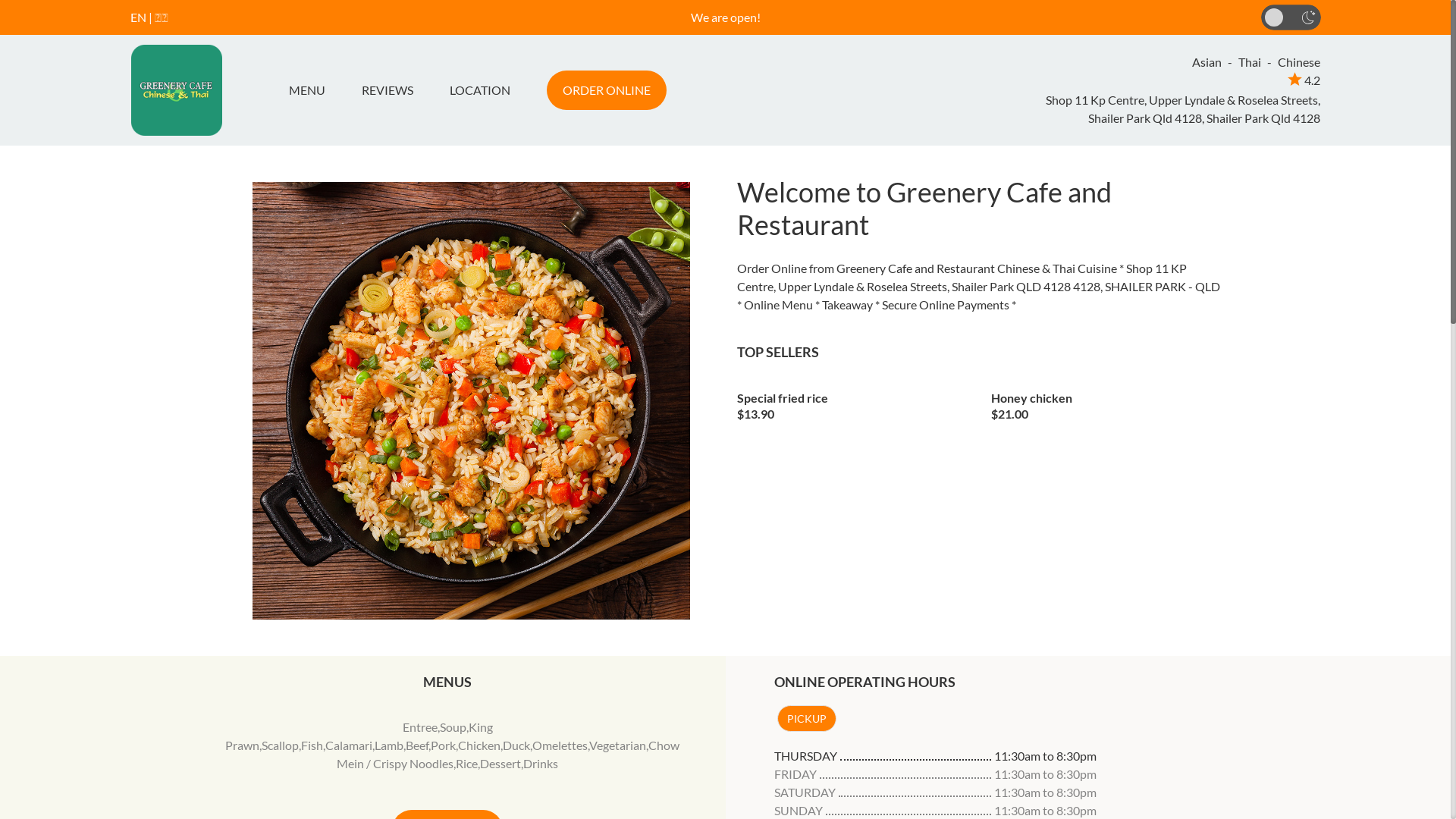 Image resolution: width=1456 pixels, height=819 pixels. Describe the element at coordinates (452, 726) in the screenshot. I see `'Soup'` at that location.